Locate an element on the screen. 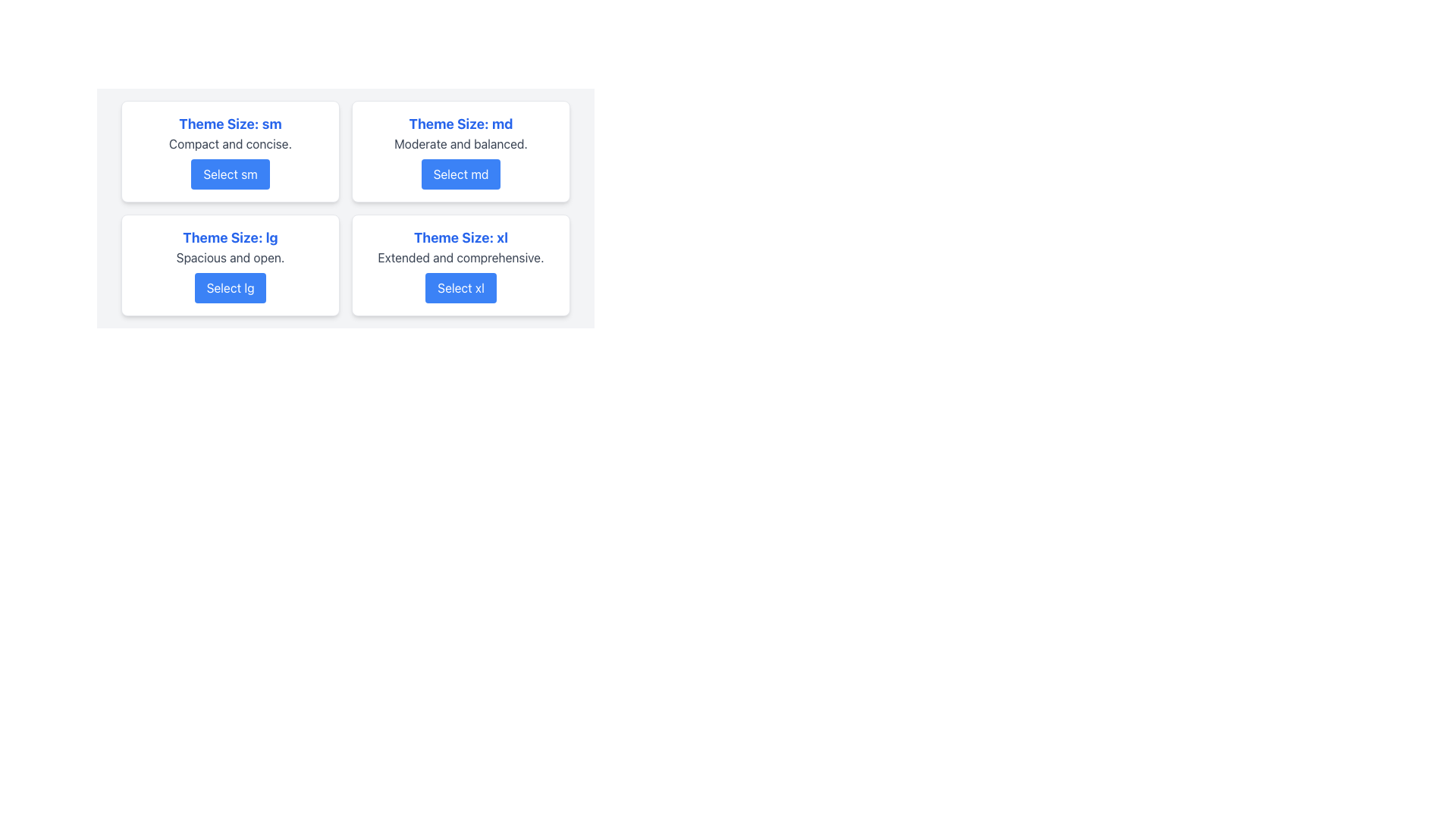 This screenshot has height=819, width=1456. the static text label that provides additional description for the 'Theme Size: xl' card, located below the title and above the button within the fourth column of the grid layout is located at coordinates (460, 256).